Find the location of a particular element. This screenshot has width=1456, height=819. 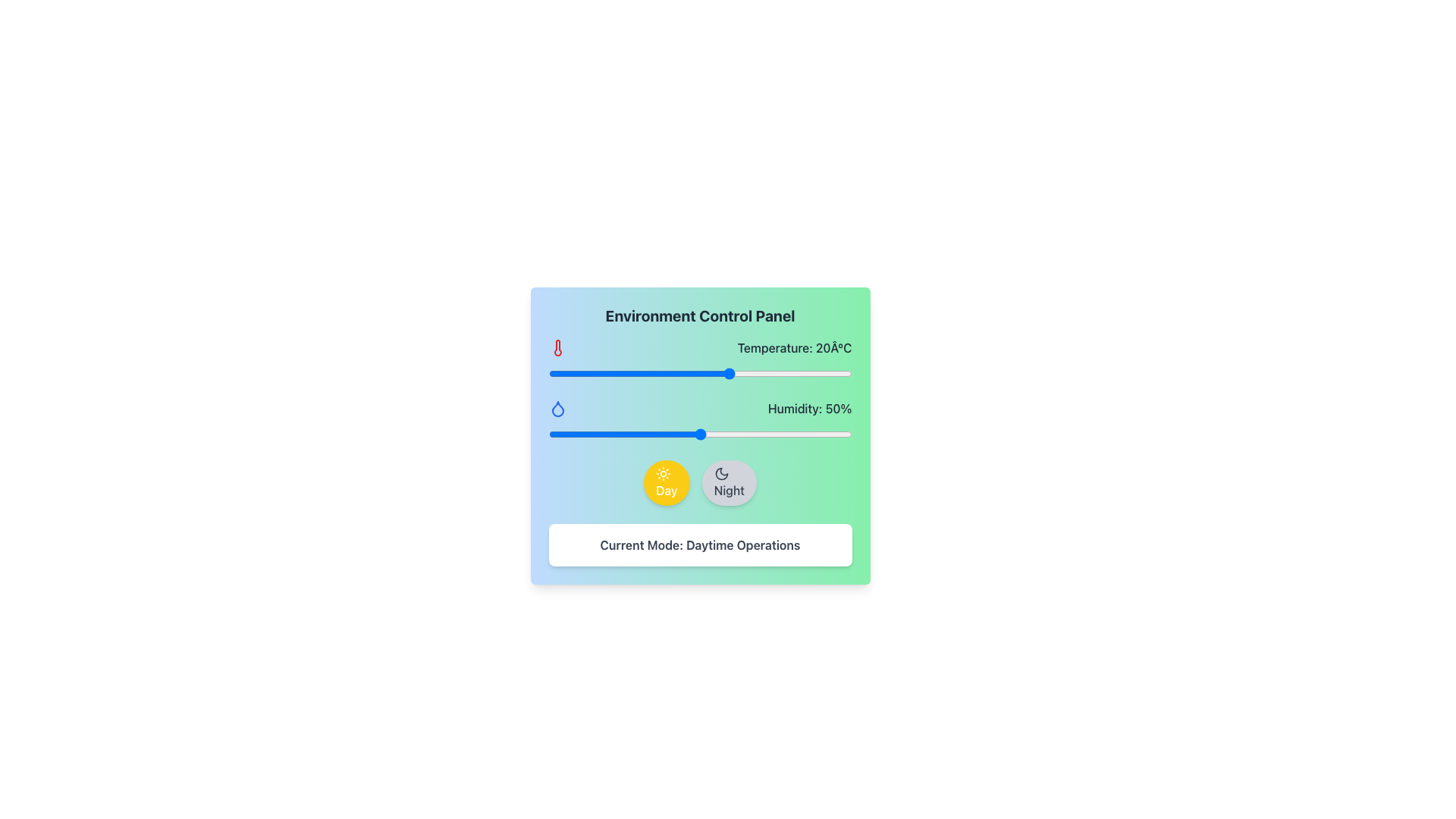

the humidity is located at coordinates (736, 435).